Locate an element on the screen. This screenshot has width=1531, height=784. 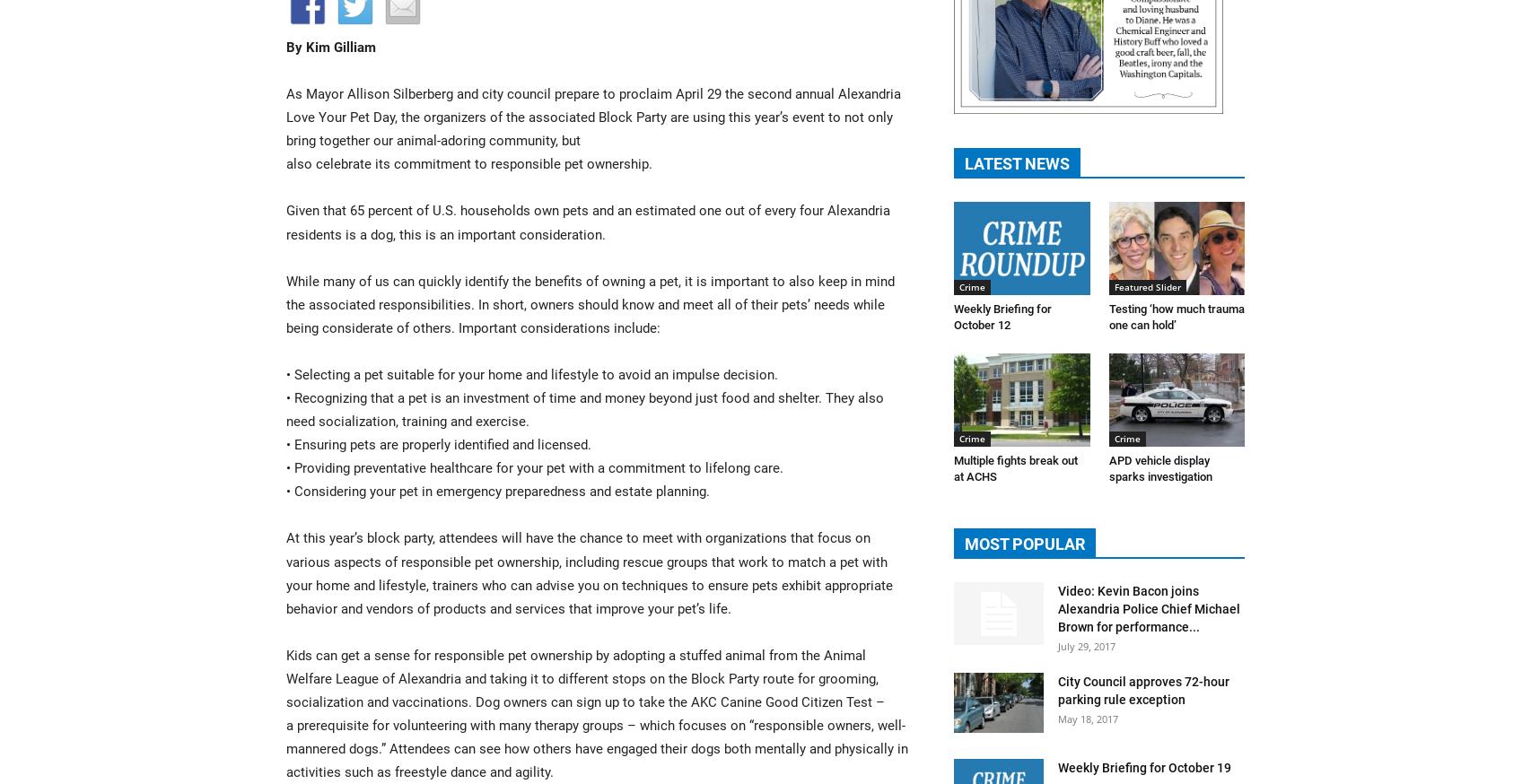
'Video: Kevin Bacon joins Alexandria Police Chief Michael Brown for performance...' is located at coordinates (1149, 609).